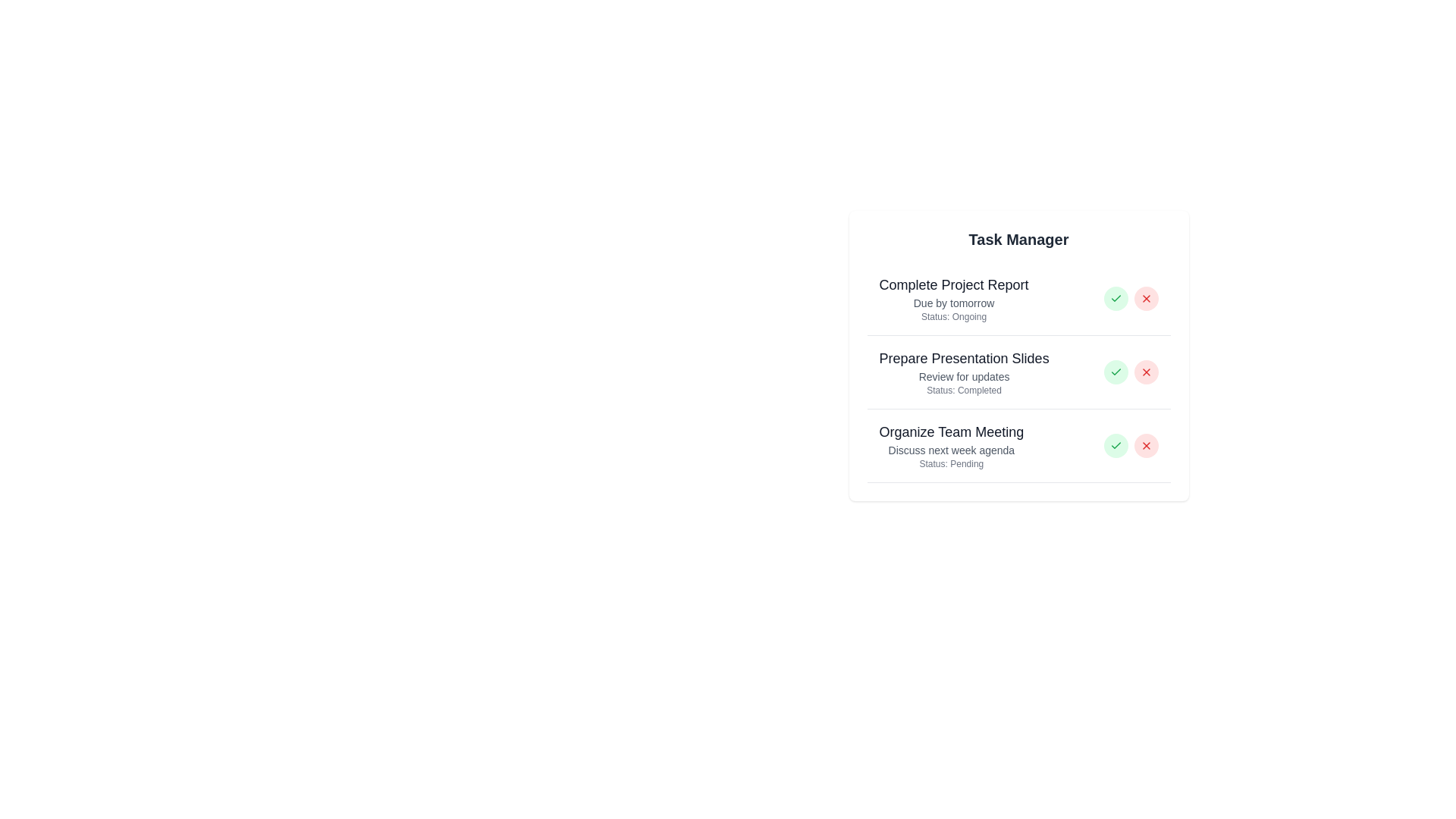  I want to click on the confirmation button located in the first row of the 'Task Manager' interface, adjacent to the task name 'Complete Project Report', to observe its tooltip or effect, so click(1116, 298).